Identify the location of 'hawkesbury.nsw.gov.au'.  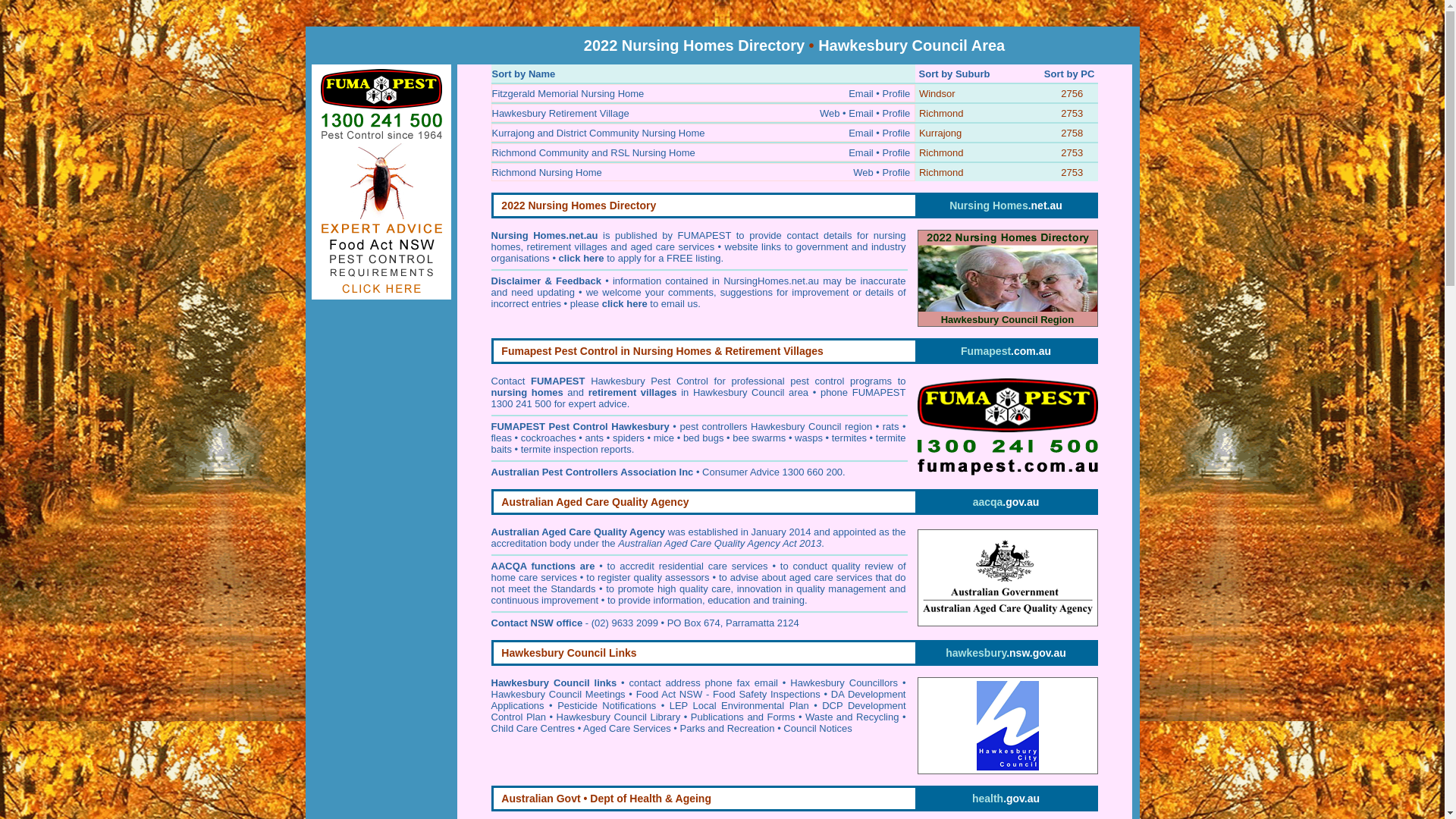
(1005, 651).